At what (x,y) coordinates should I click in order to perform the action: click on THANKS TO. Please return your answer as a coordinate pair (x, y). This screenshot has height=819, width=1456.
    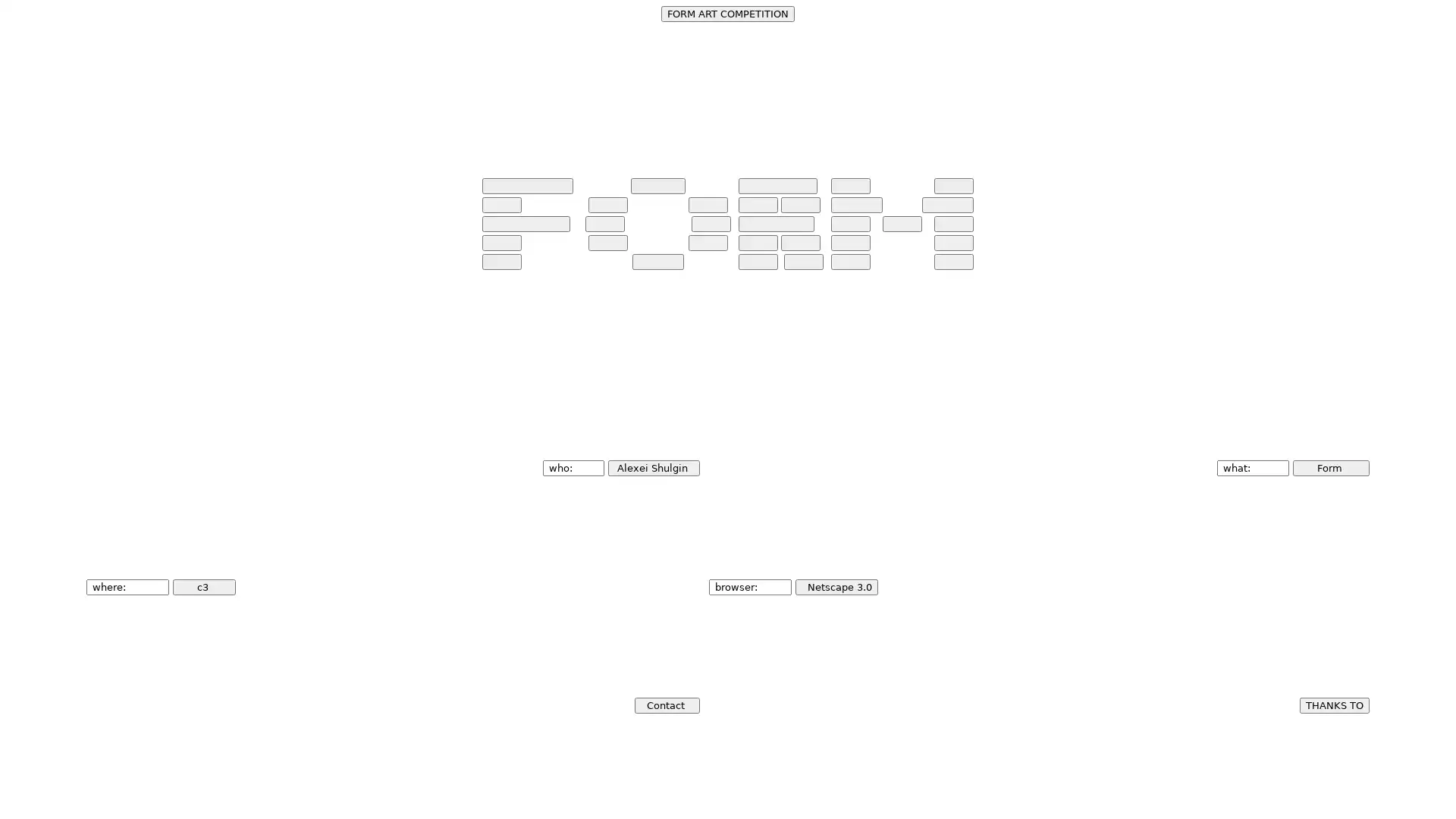
    Looking at the image, I should click on (1332, 704).